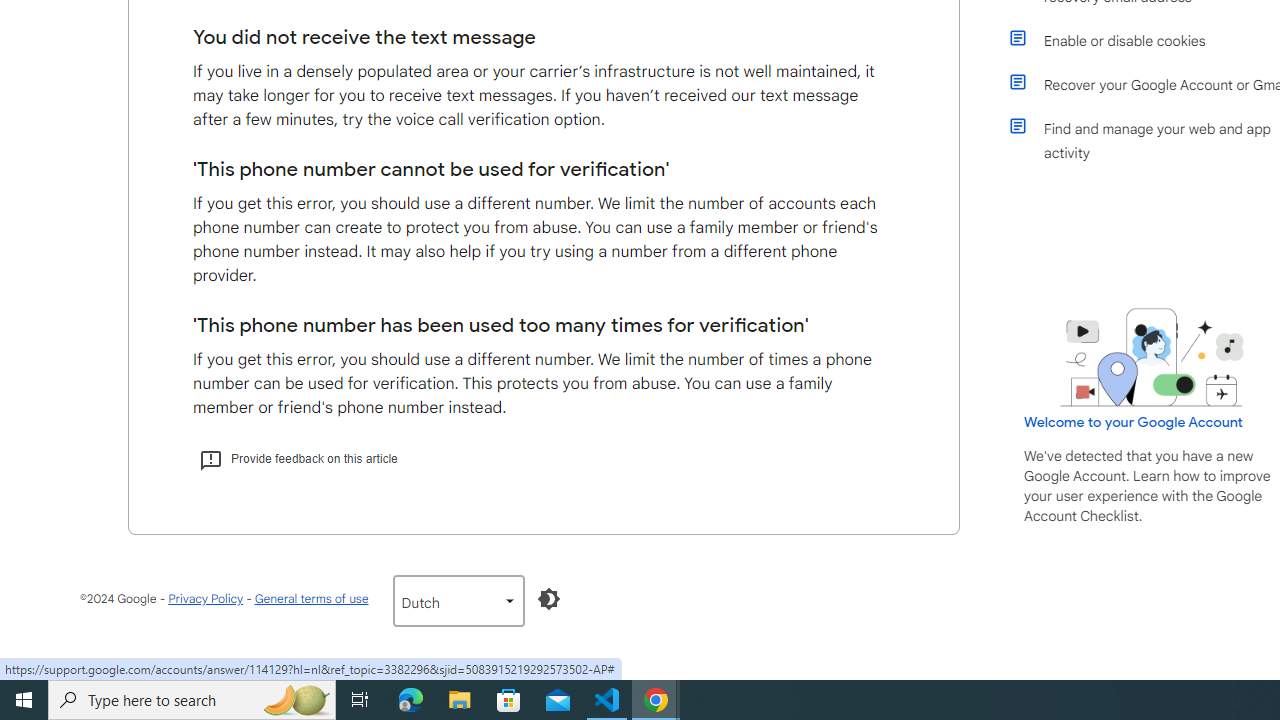  I want to click on 'General terms of use', so click(310, 597).